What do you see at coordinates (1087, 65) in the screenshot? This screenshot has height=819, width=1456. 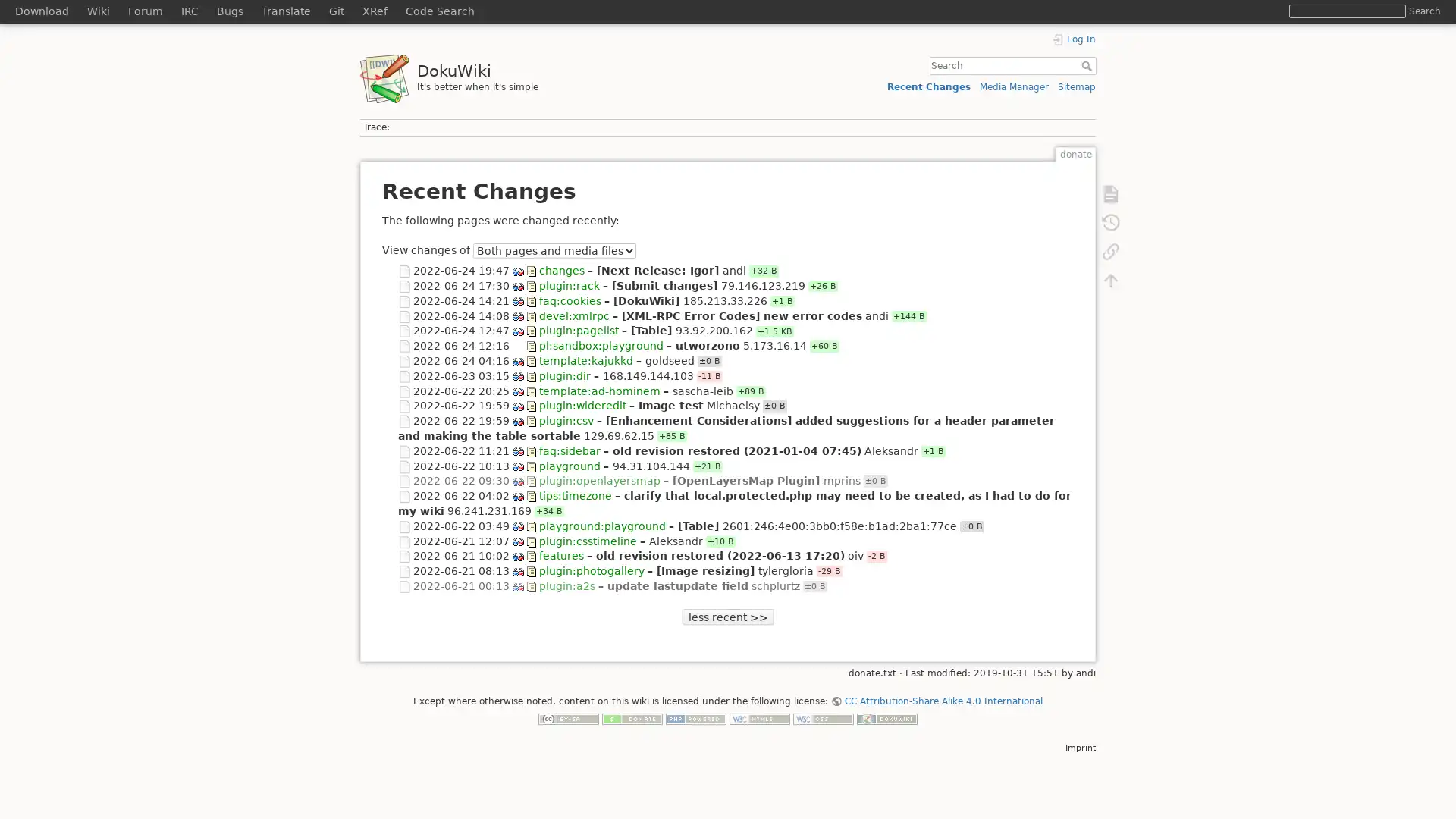 I see `Search` at bounding box center [1087, 65].